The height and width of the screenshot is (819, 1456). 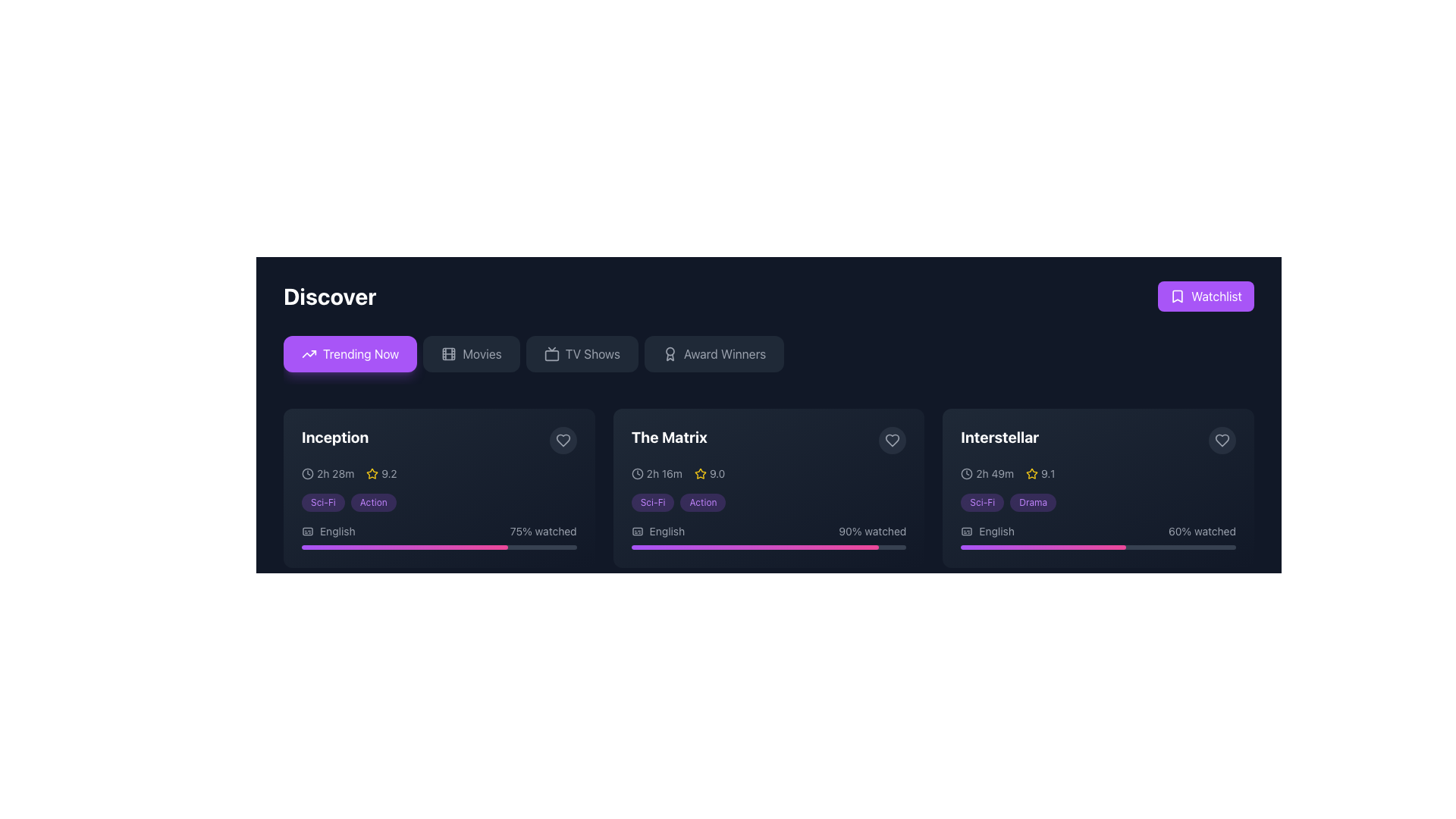 What do you see at coordinates (1205, 296) in the screenshot?
I see `the 'Watchlist' button located in the upper-right side of the interface, featuring a bright purple background and a white bookmark icon` at bounding box center [1205, 296].